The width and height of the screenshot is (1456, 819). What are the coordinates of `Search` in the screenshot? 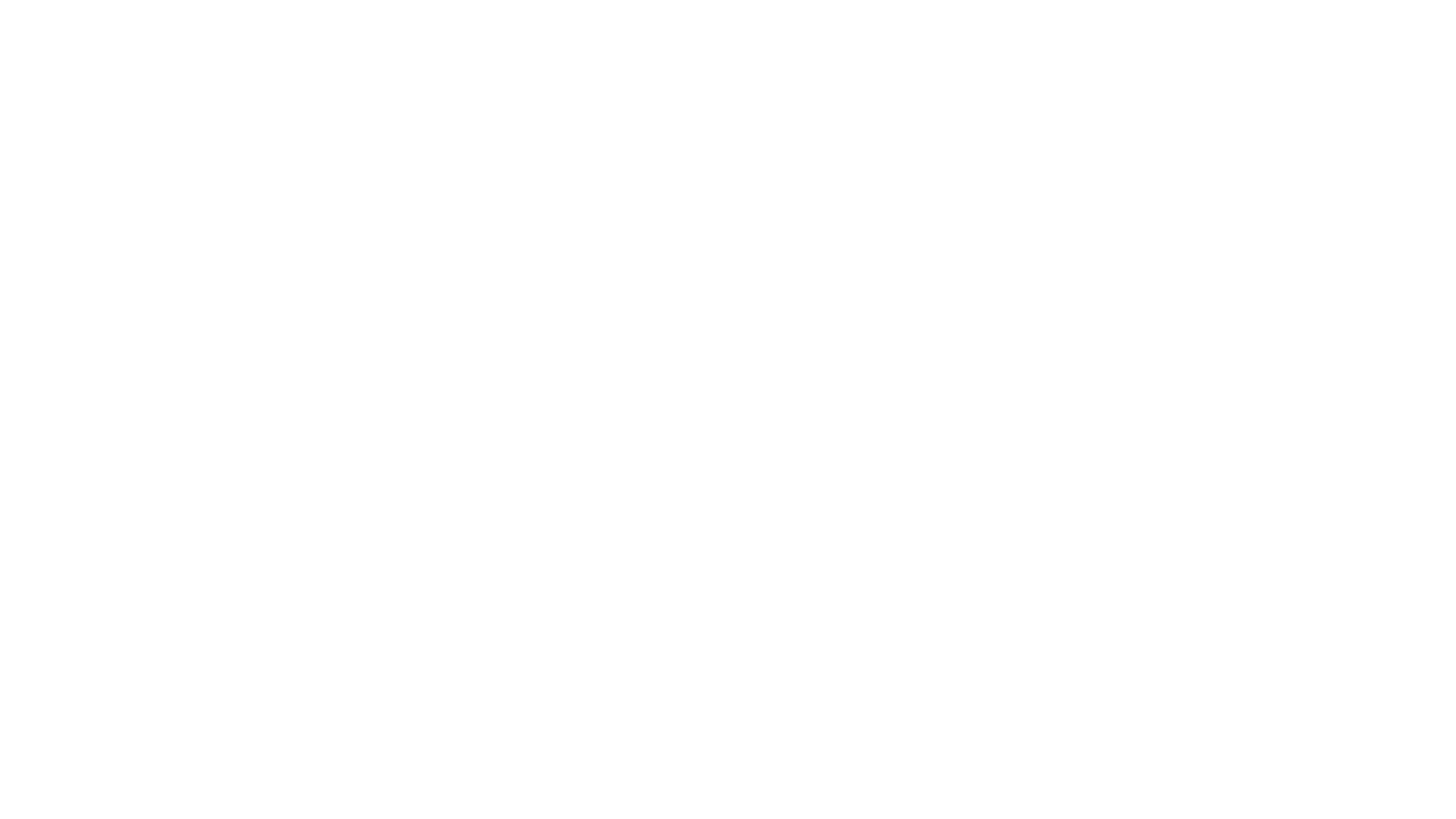 It's located at (950, 24).